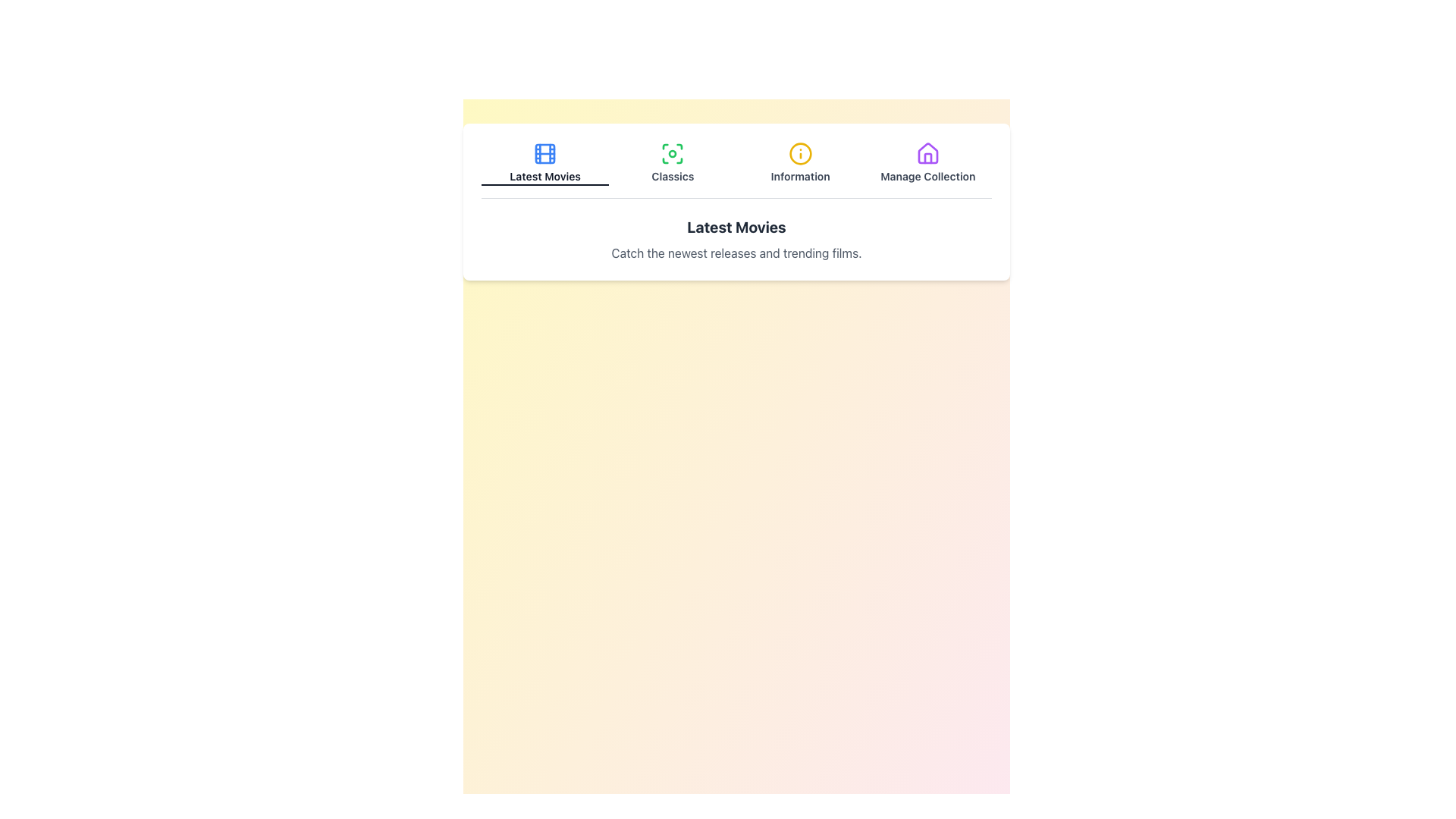  I want to click on the circular icon with a yellow outline containing an uppercase 'I' and a yellow dot above it, located in the navigation menu at the top-center, specifically the third icon from the left labeled 'Information', so click(799, 154).